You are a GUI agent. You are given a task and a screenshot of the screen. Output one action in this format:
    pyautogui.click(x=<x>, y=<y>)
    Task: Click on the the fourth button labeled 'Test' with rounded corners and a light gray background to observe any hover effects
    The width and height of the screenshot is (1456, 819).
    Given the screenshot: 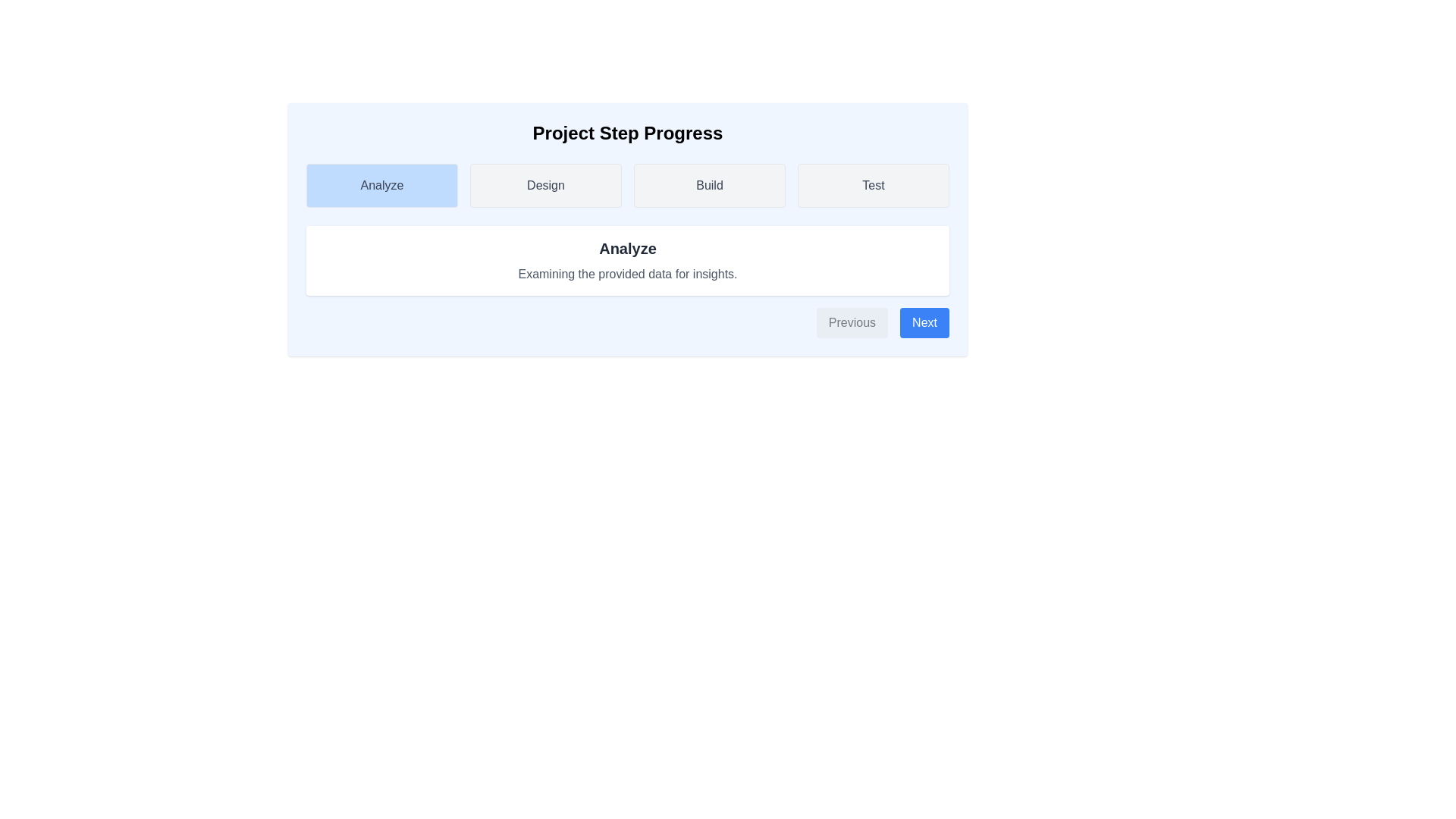 What is the action you would take?
    pyautogui.click(x=874, y=185)
    